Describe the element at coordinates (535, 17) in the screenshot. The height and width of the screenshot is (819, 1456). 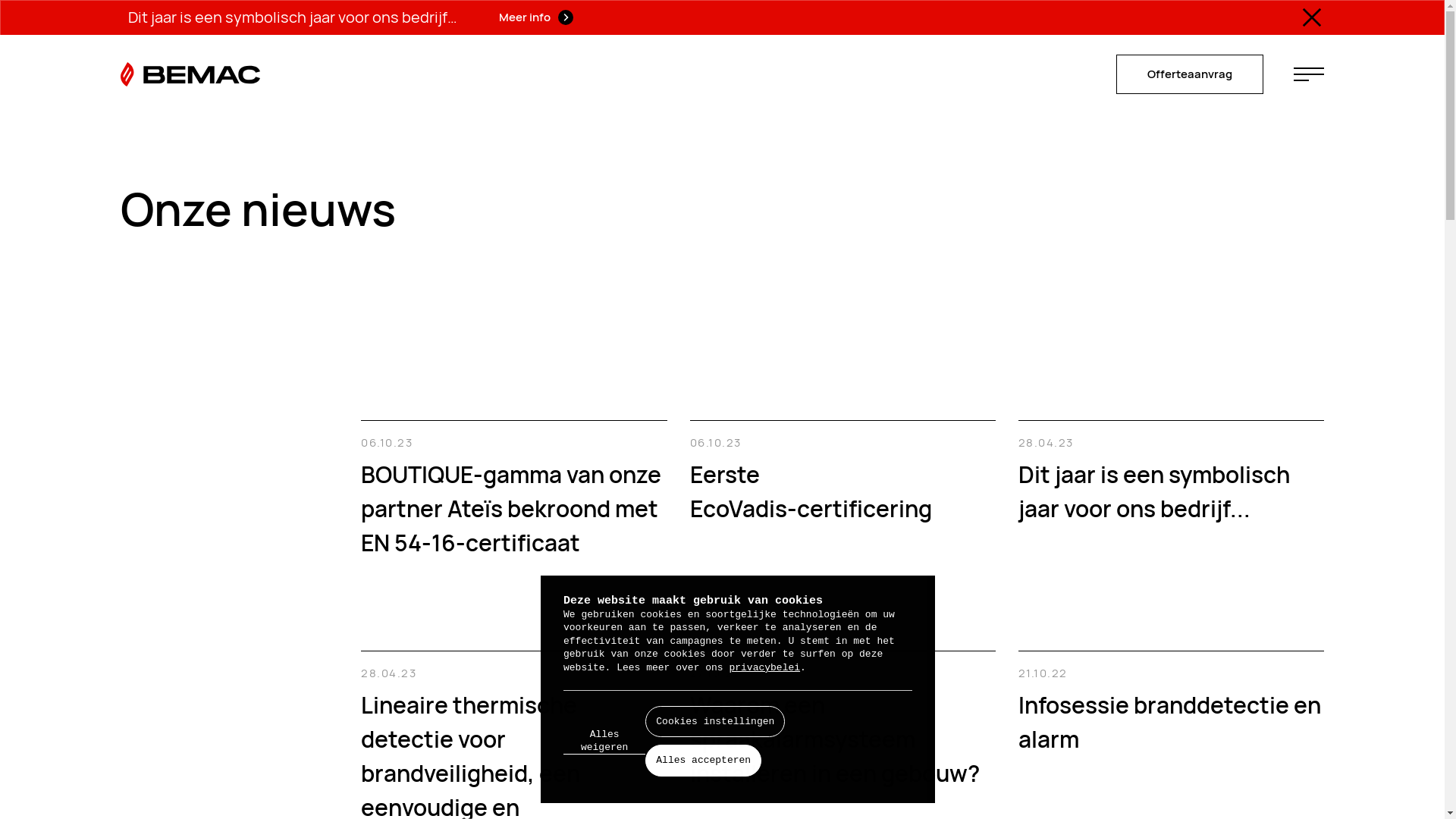
I see `'Meer info'` at that location.